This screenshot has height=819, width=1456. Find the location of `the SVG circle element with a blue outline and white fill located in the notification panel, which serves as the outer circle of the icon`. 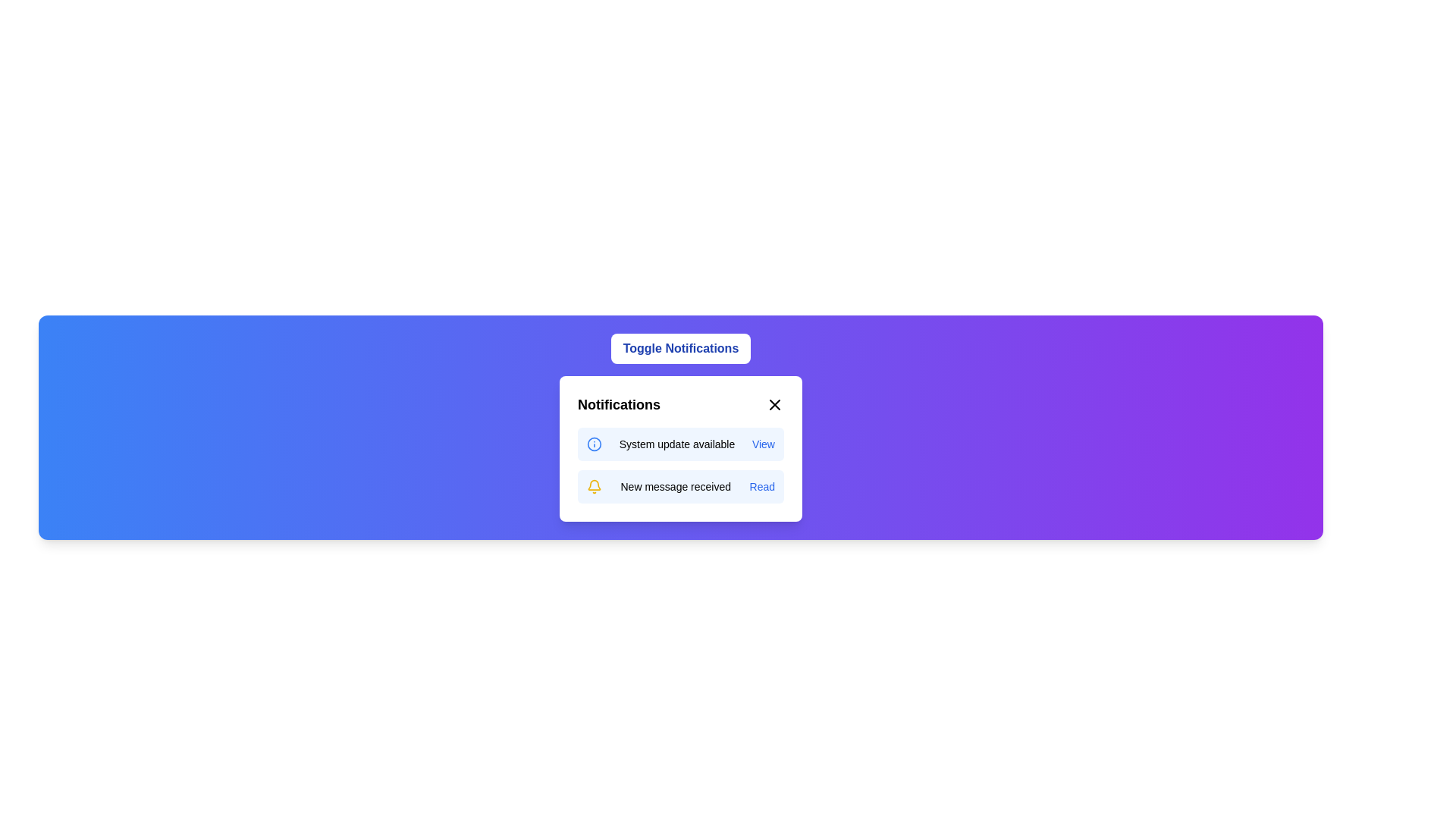

the SVG circle element with a blue outline and white fill located in the notification panel, which serves as the outer circle of the icon is located at coordinates (593, 444).